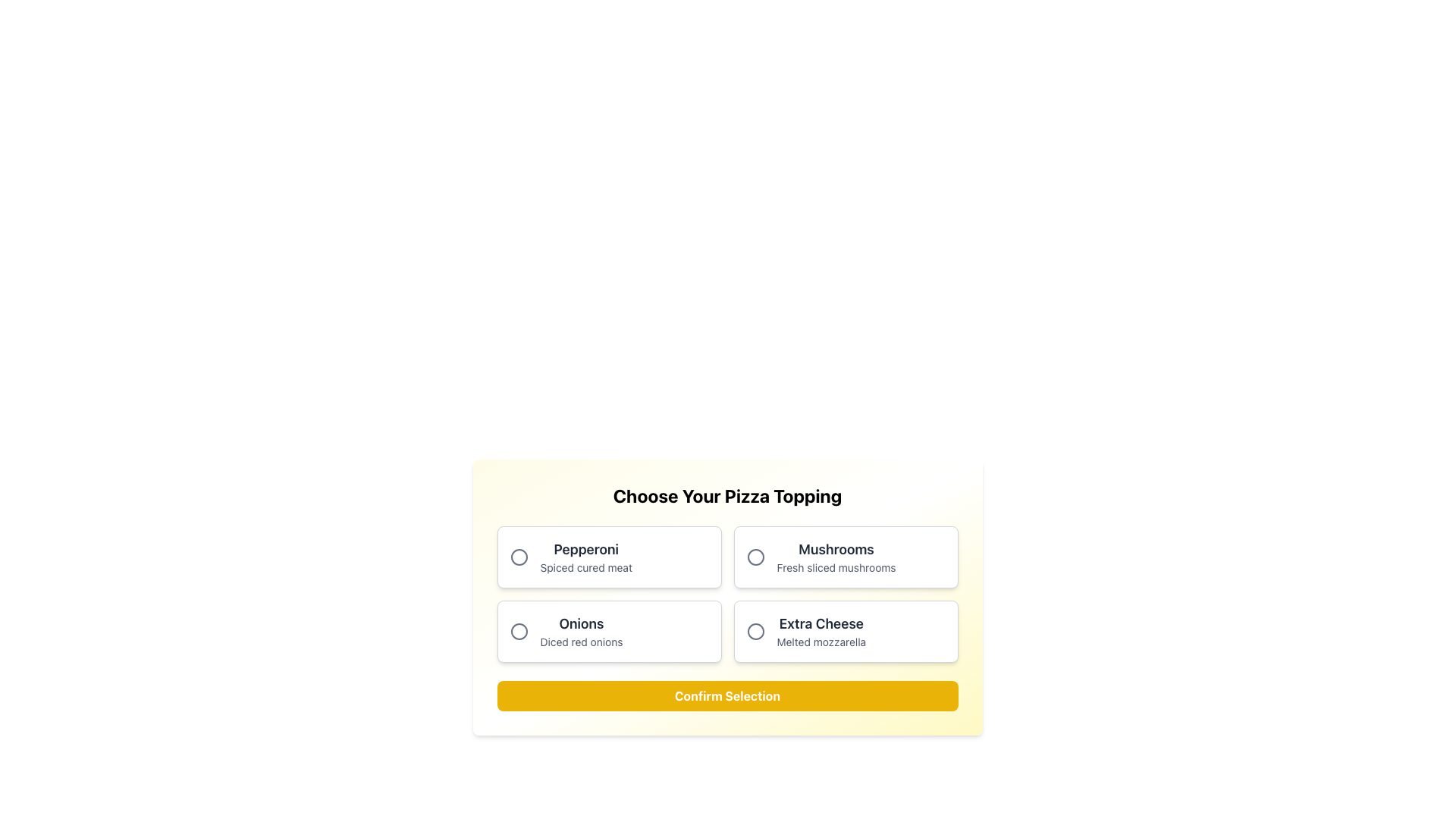 This screenshot has height=819, width=1456. What do you see at coordinates (726, 496) in the screenshot?
I see `header text element that says 'Choose Your Pizza Topping', which is prominently styled in bold and large font at the top of the card-like section` at bounding box center [726, 496].